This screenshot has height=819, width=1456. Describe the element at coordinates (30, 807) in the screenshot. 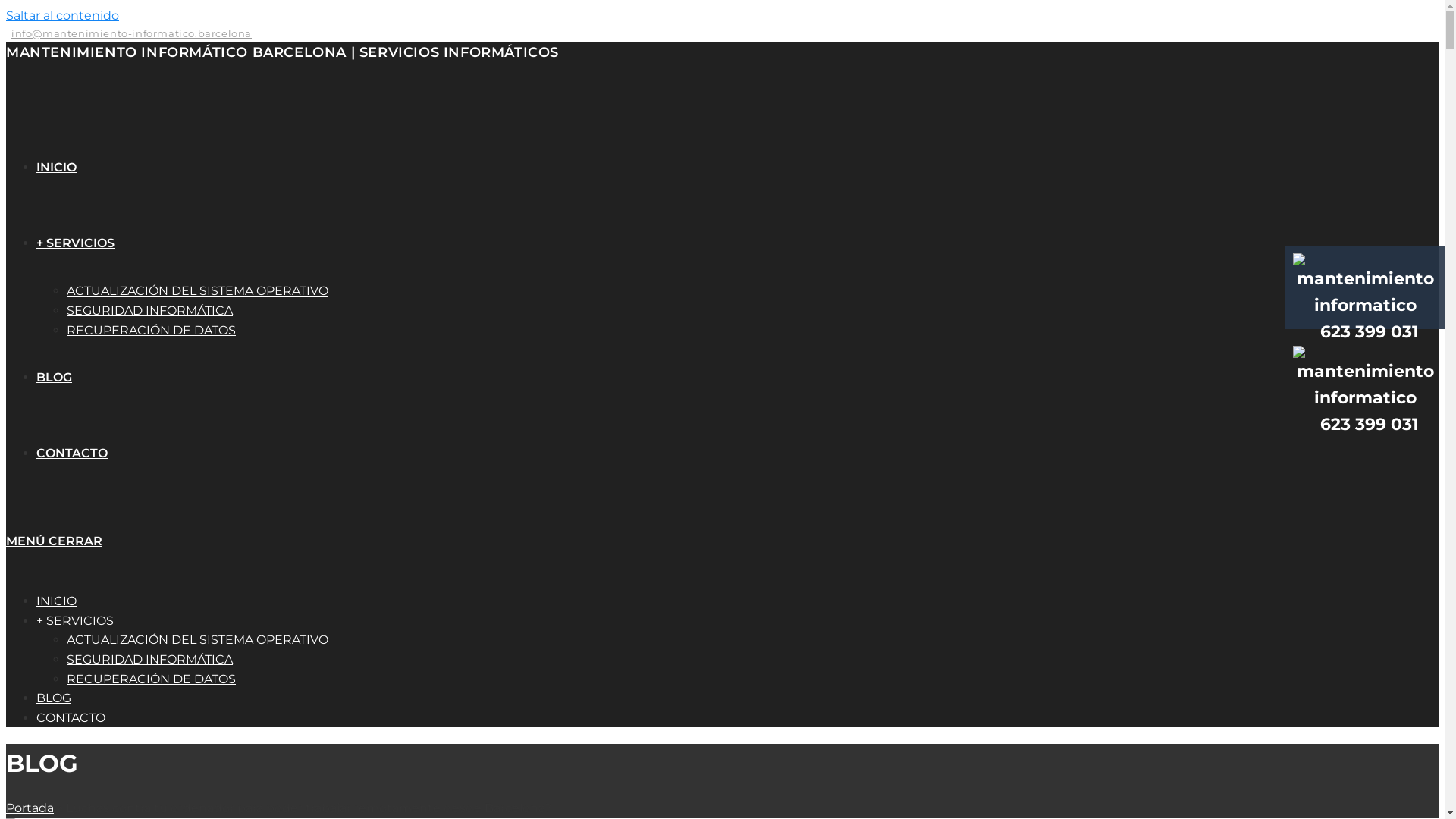

I see `'Portada'` at that location.